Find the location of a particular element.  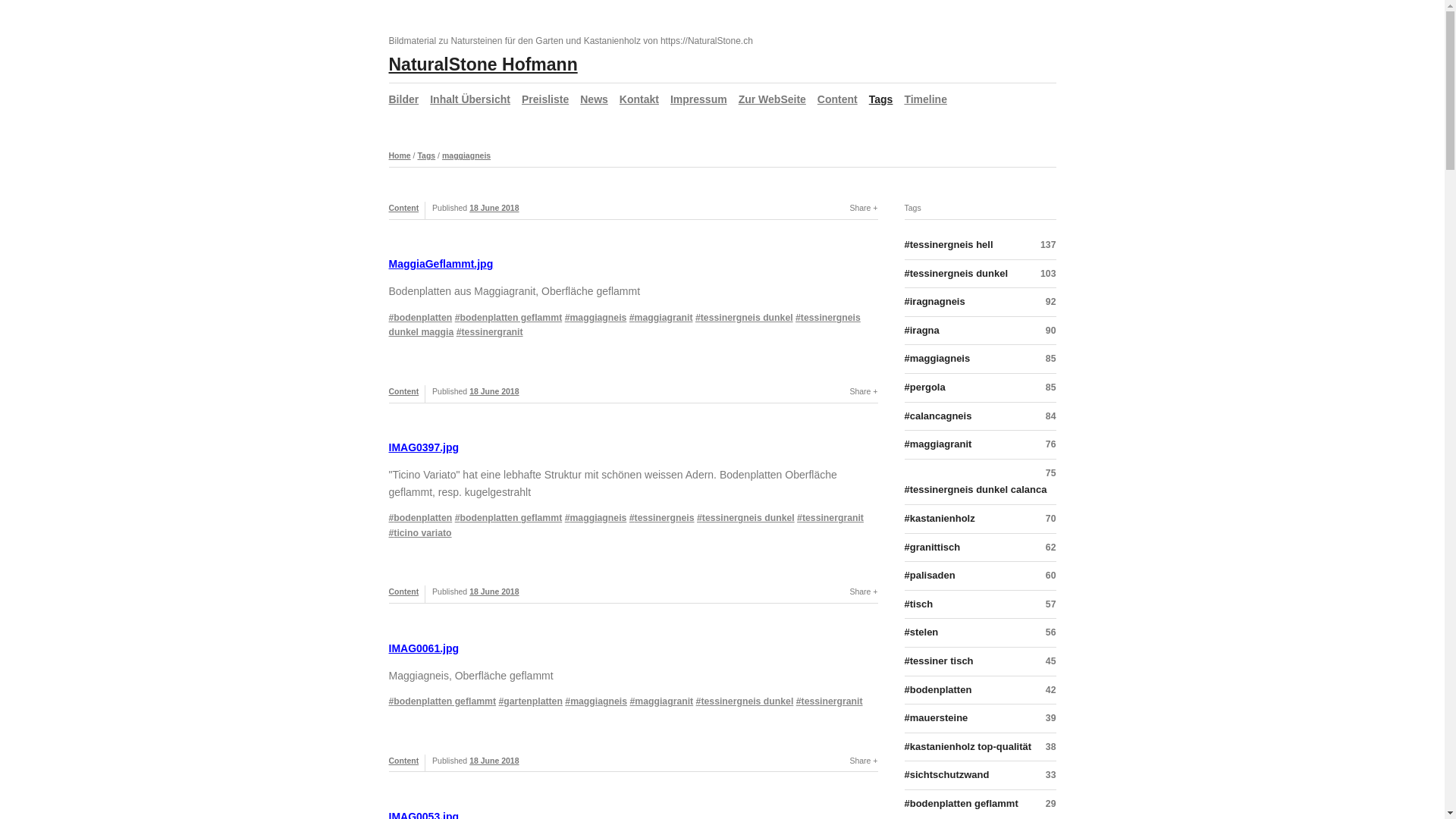

'70 is located at coordinates (903, 519).